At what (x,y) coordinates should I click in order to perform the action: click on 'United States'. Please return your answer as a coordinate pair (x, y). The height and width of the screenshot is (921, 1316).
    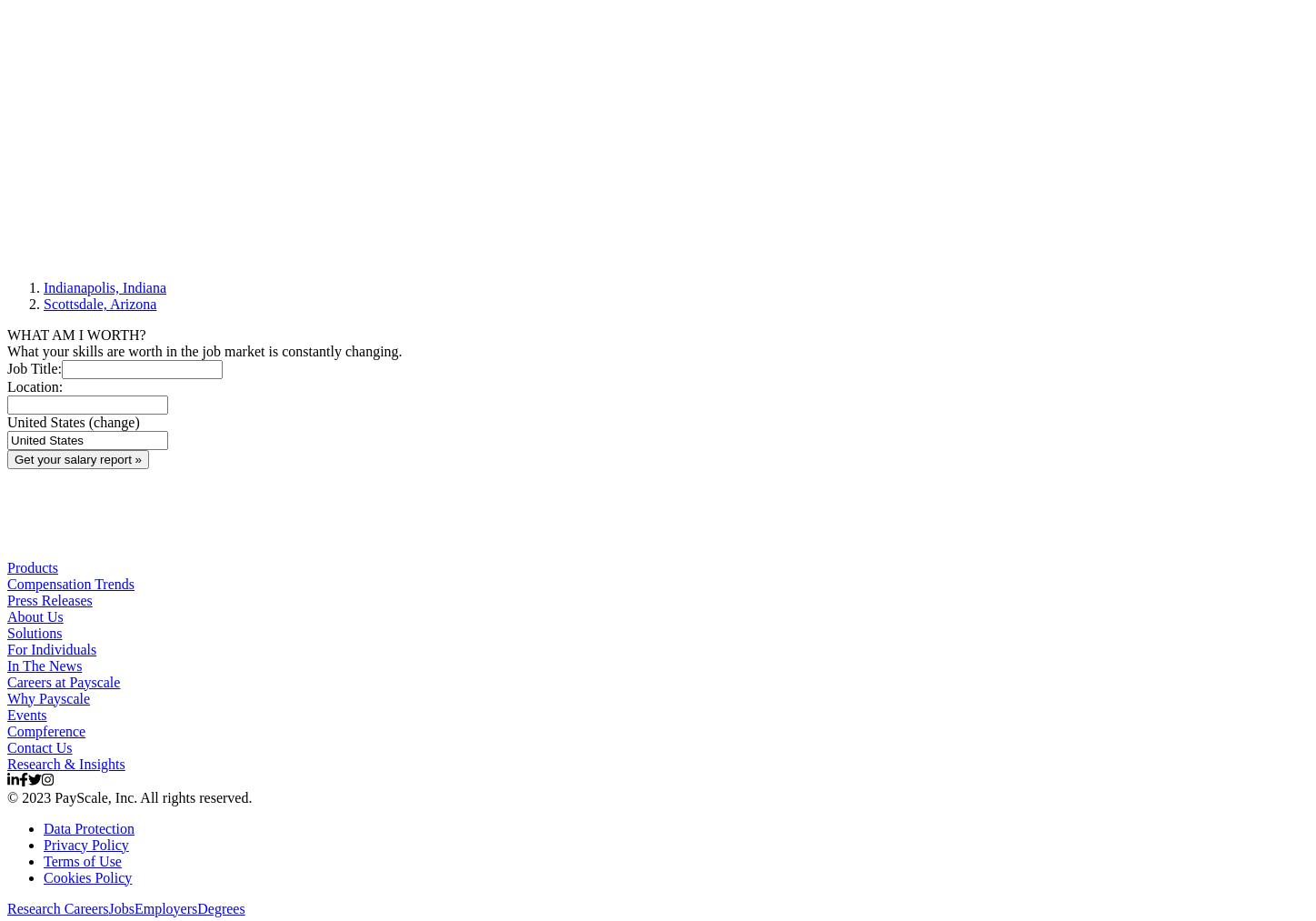
    Looking at the image, I should click on (45, 421).